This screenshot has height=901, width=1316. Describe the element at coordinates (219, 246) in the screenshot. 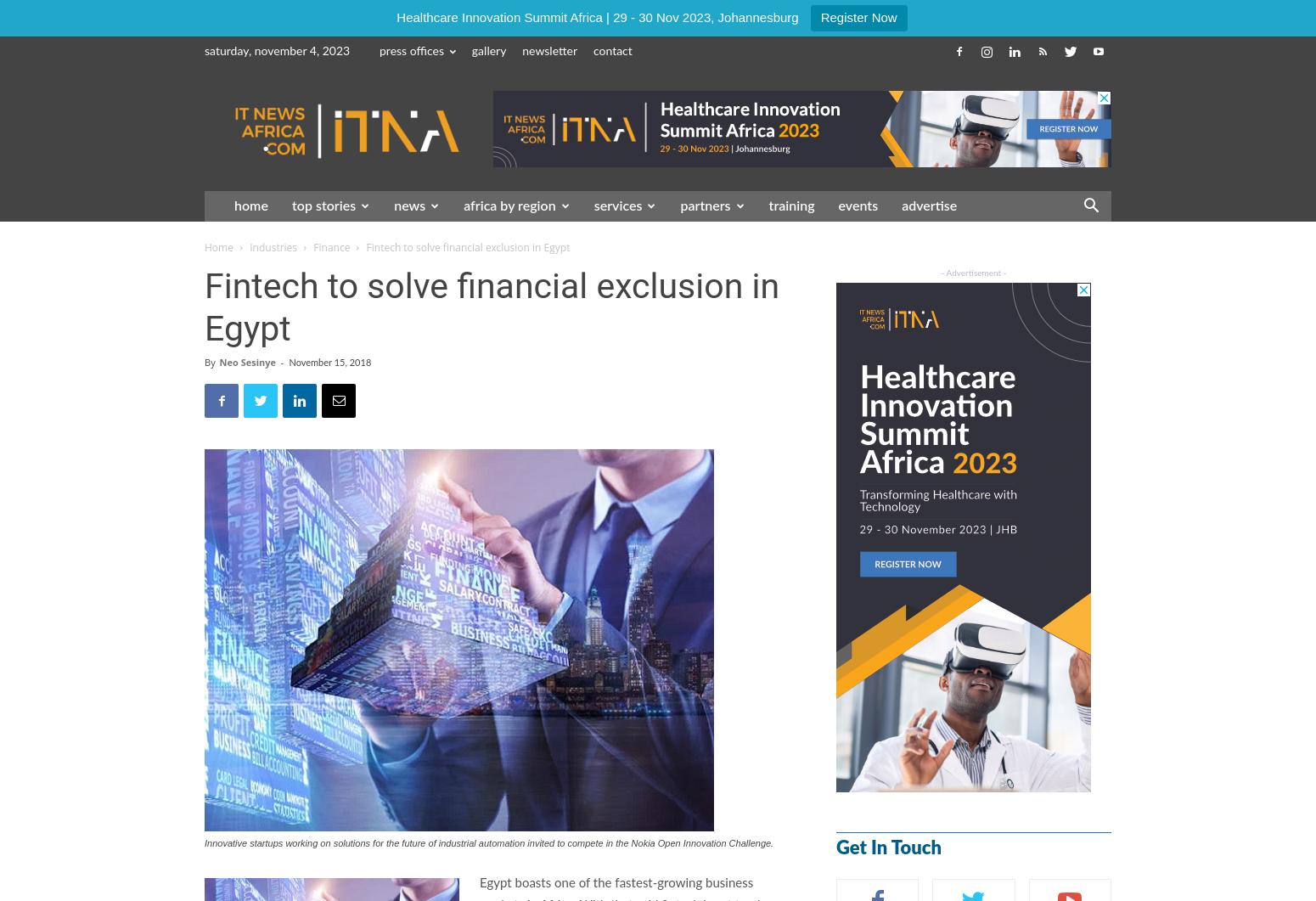

I see `'Home'` at that location.